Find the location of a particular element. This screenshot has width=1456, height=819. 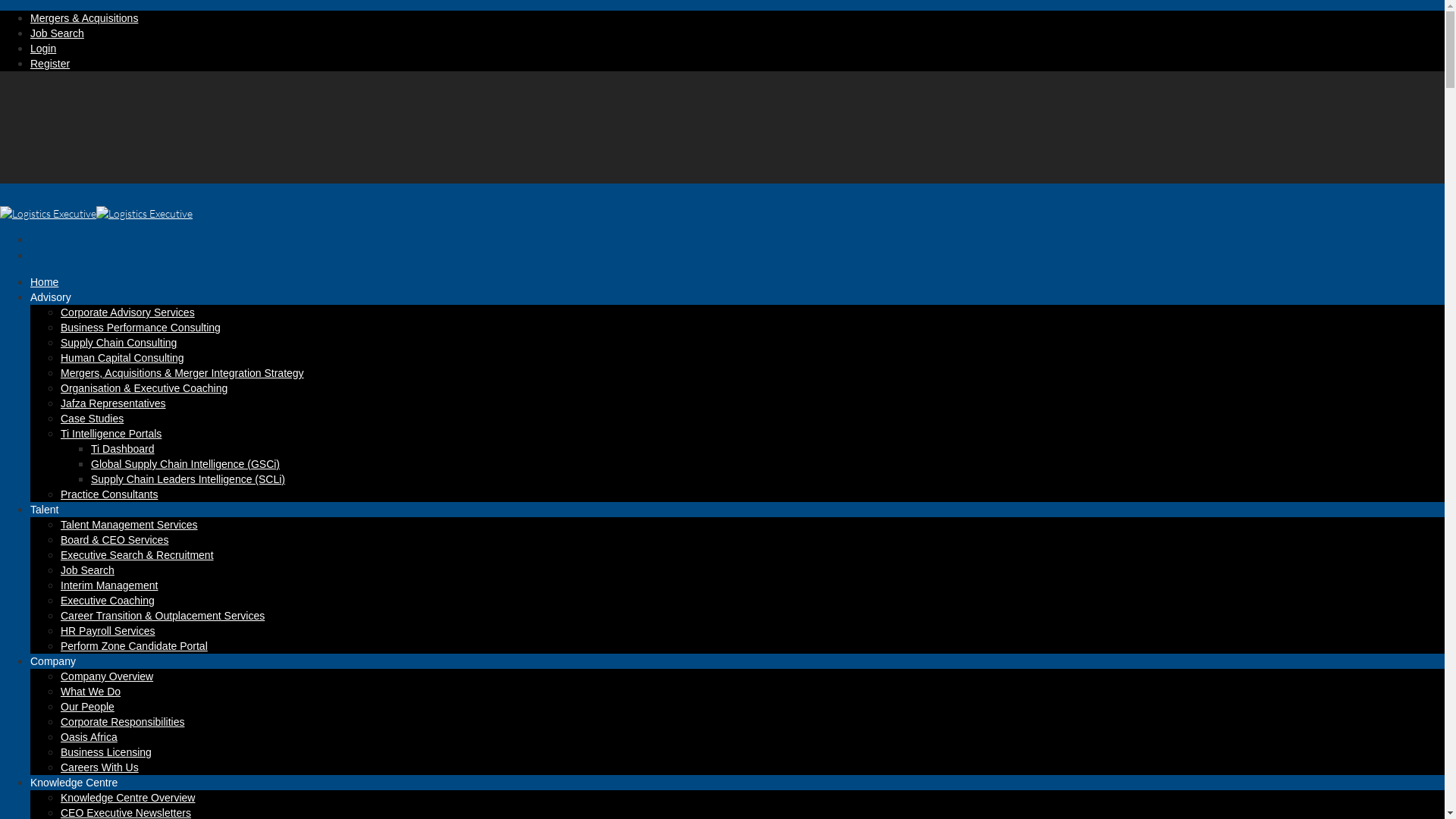

'Mergers, Acquisitions & Merger Integration Strategy' is located at coordinates (182, 373).